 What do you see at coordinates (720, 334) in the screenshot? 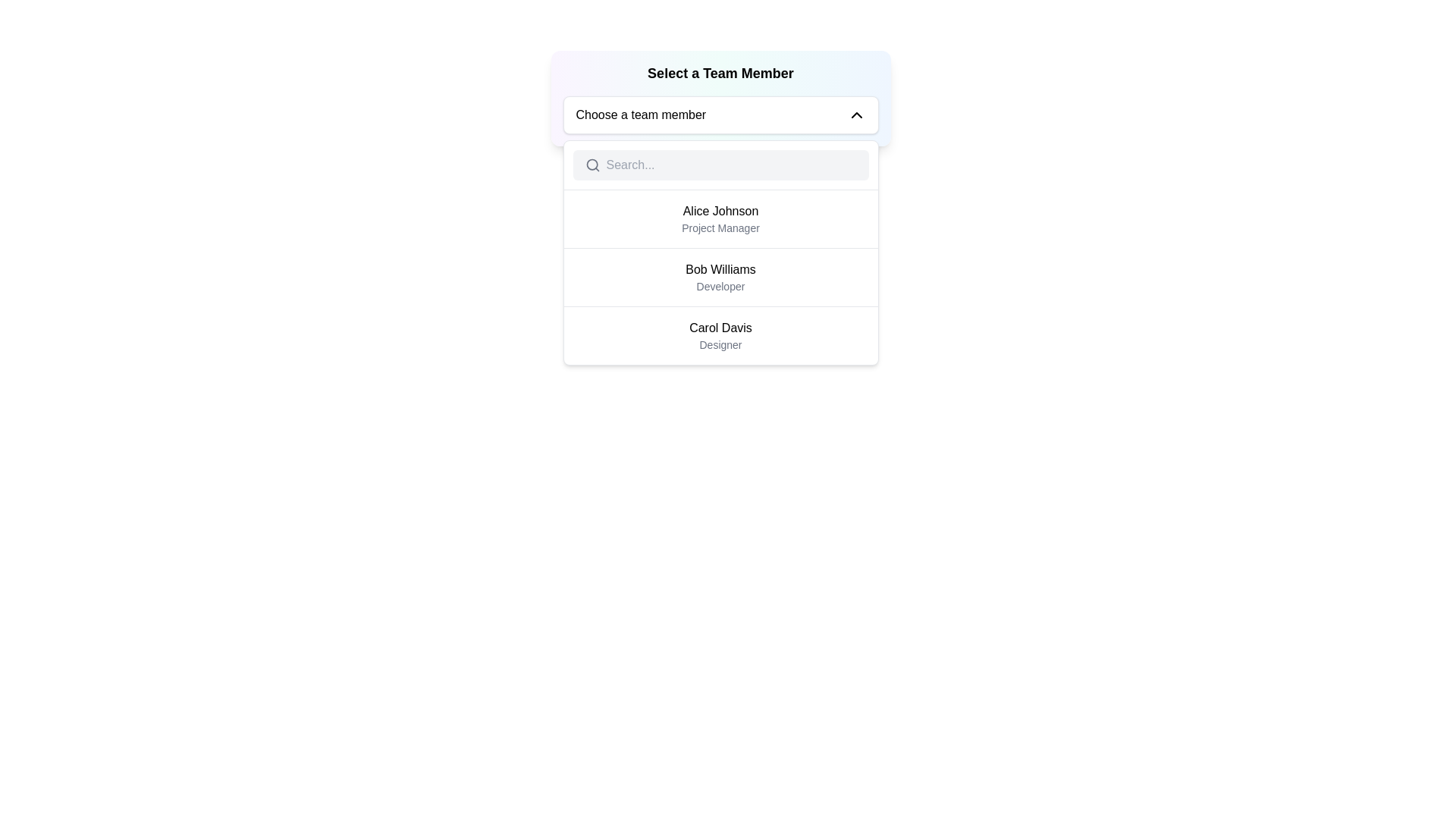
I see `the list item displaying 'Carol Davis'` at bounding box center [720, 334].